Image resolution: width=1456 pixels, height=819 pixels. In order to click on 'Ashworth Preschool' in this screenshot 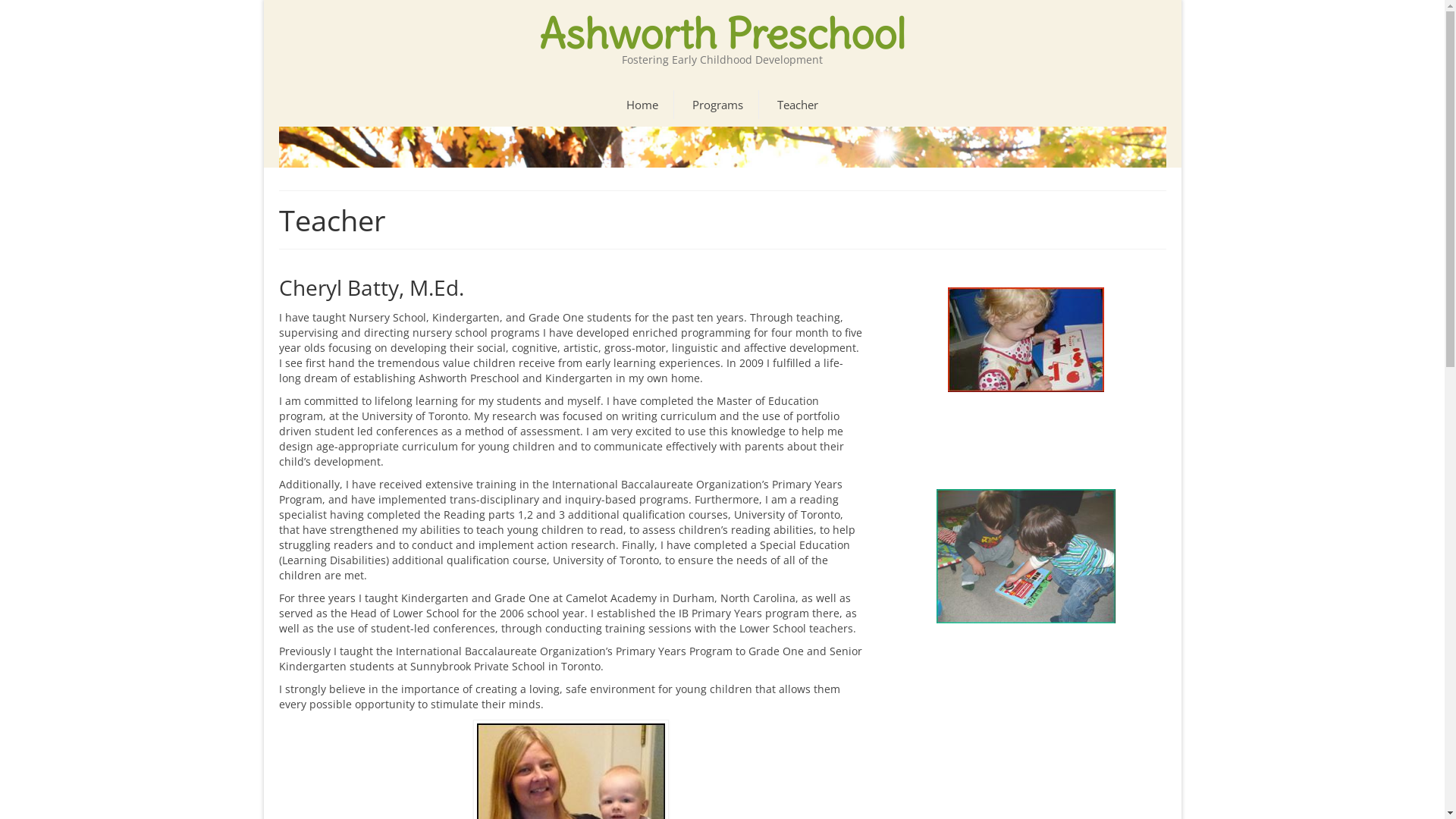, I will do `click(721, 34)`.